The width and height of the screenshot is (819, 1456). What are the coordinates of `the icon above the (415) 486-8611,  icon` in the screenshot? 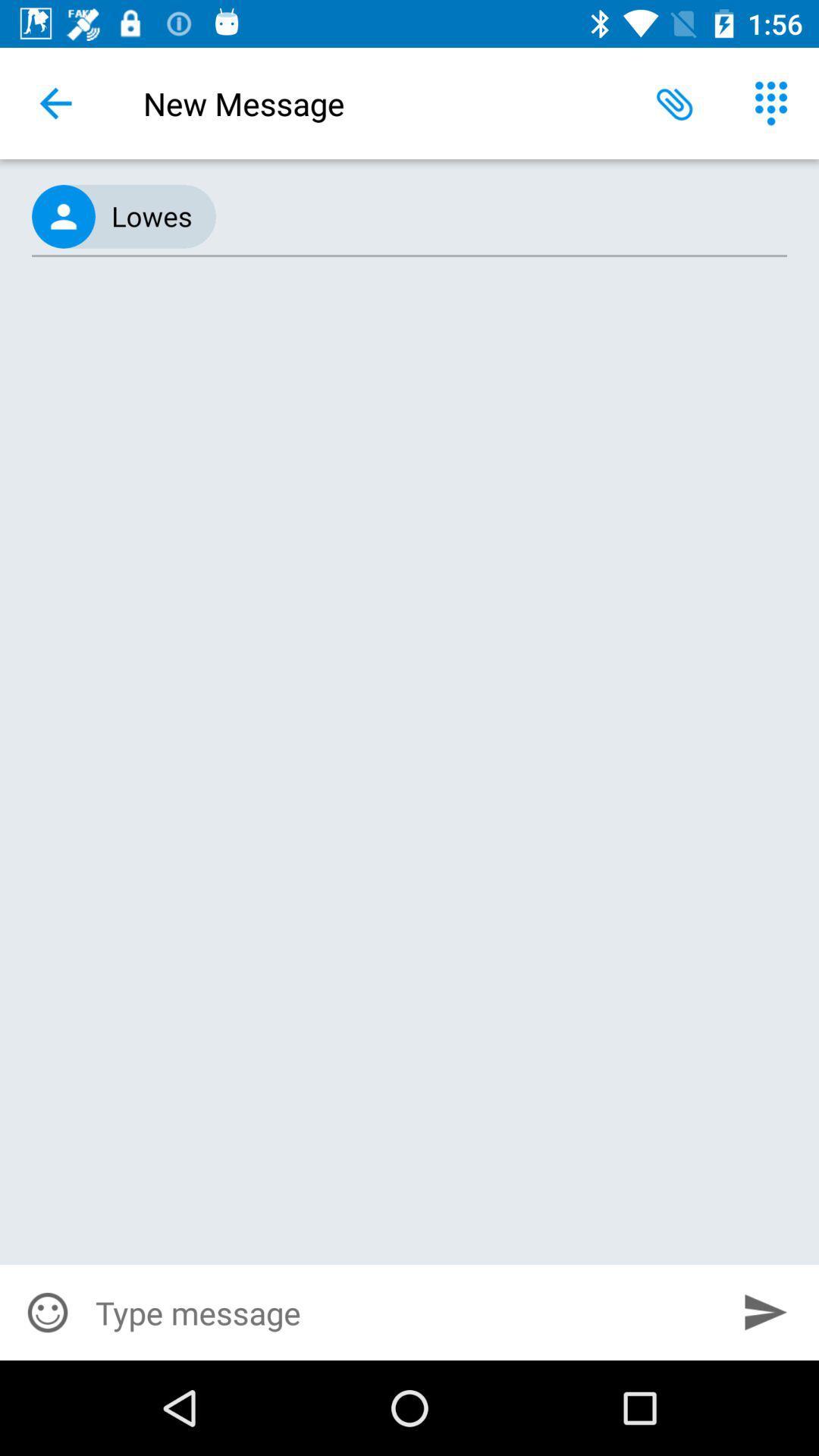 It's located at (55, 102).